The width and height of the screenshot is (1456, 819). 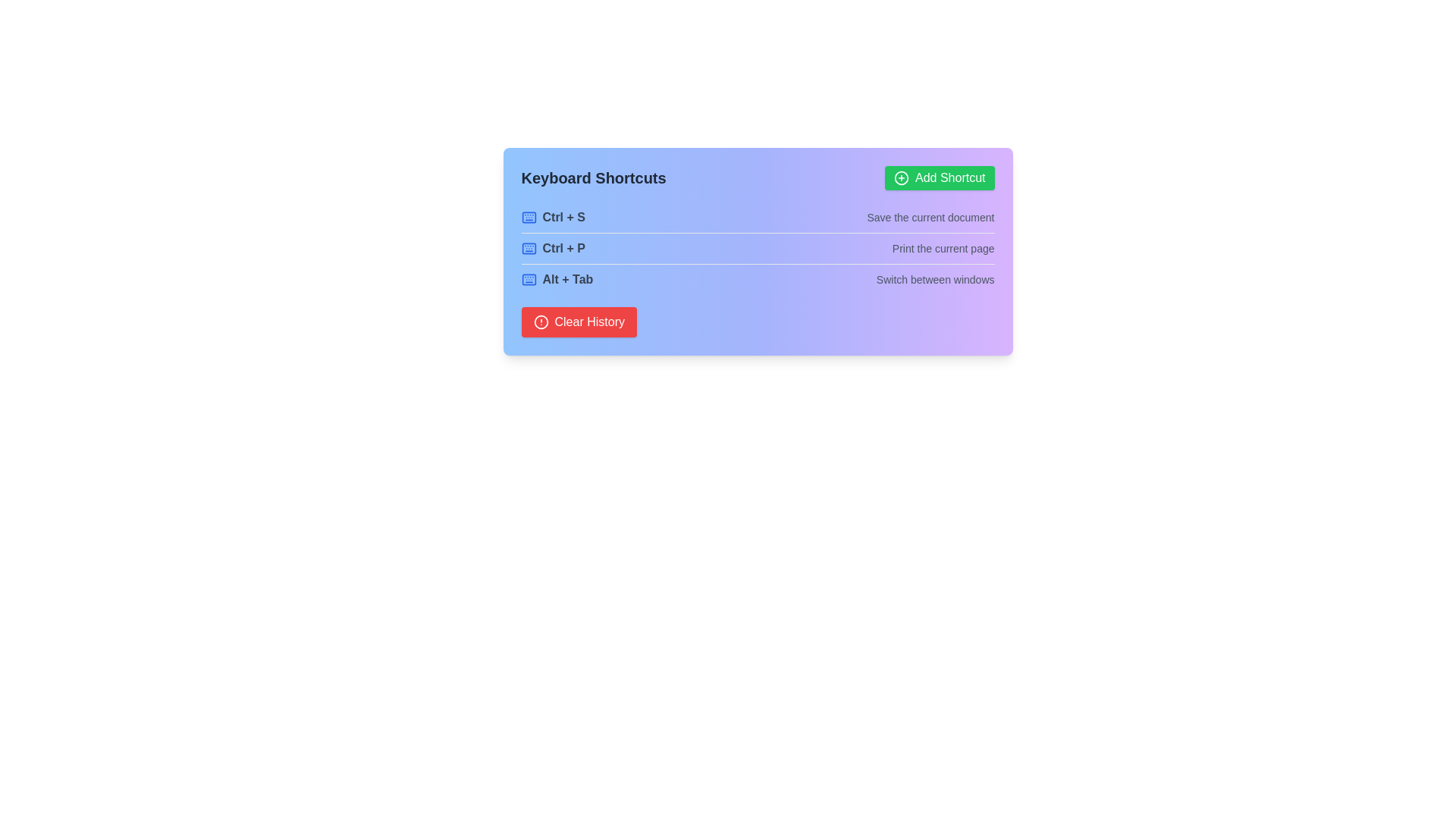 What do you see at coordinates (552, 217) in the screenshot?
I see `the 'Ctrl + S' label with keyboard icon, which is the first item in the keyboard shortcuts panel, displayed in bold dark font against a blue background` at bounding box center [552, 217].